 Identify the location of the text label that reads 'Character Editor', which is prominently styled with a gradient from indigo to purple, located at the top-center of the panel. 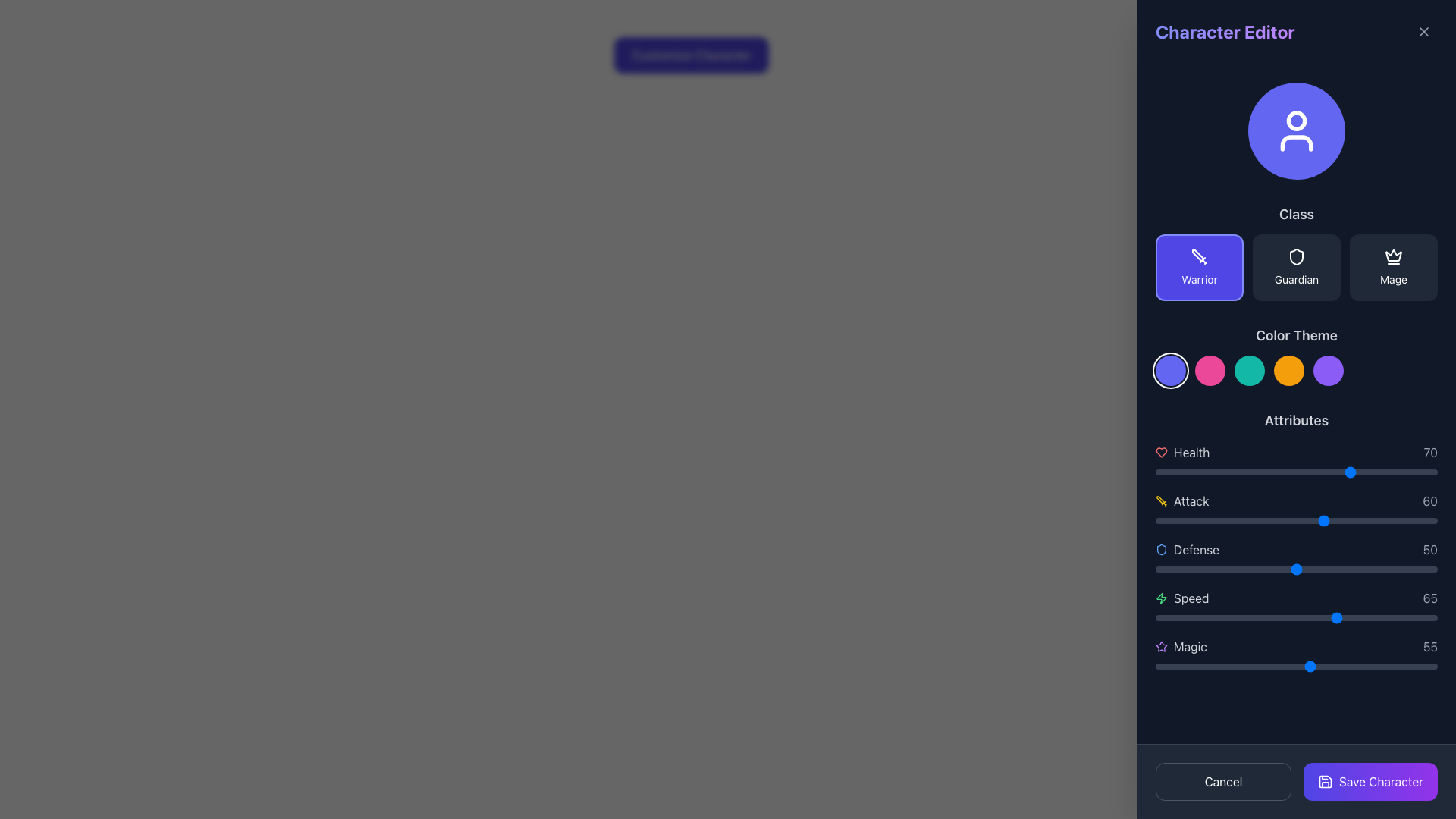
(1225, 32).